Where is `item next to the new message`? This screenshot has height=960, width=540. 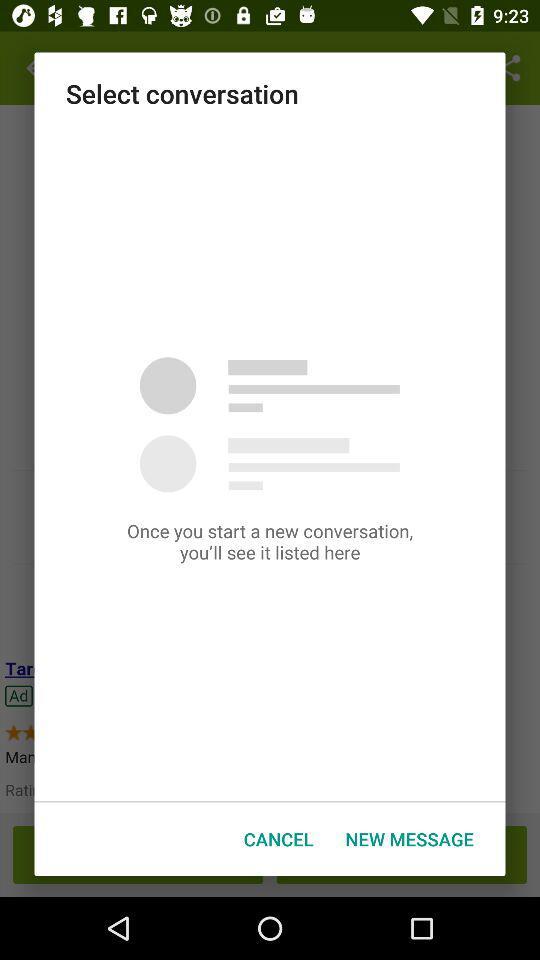
item next to the new message is located at coordinates (277, 839).